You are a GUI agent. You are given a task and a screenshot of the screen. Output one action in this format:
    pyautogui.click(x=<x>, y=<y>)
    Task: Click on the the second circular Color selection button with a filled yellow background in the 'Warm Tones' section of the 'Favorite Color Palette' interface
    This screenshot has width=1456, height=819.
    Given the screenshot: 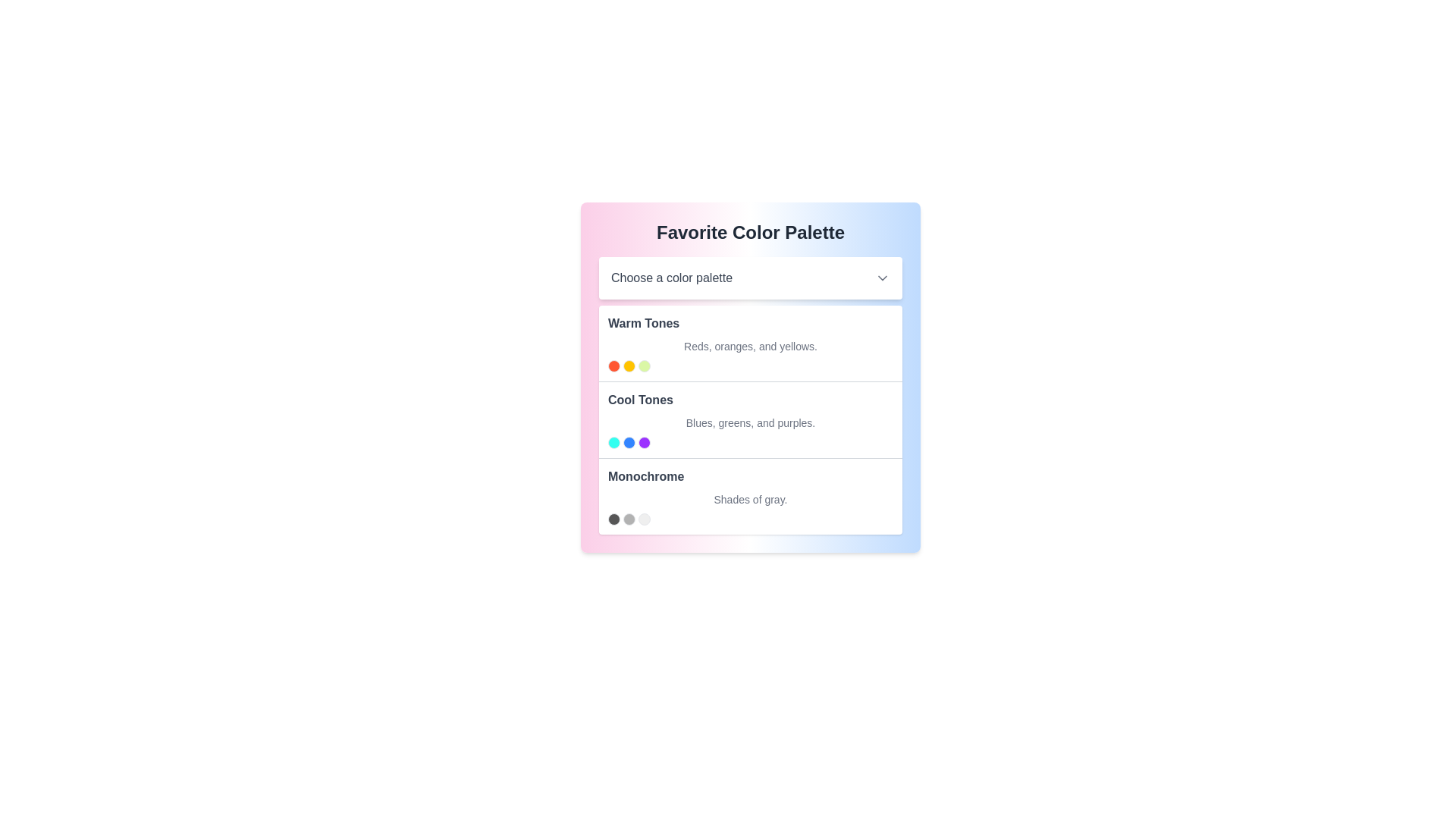 What is the action you would take?
    pyautogui.click(x=629, y=366)
    